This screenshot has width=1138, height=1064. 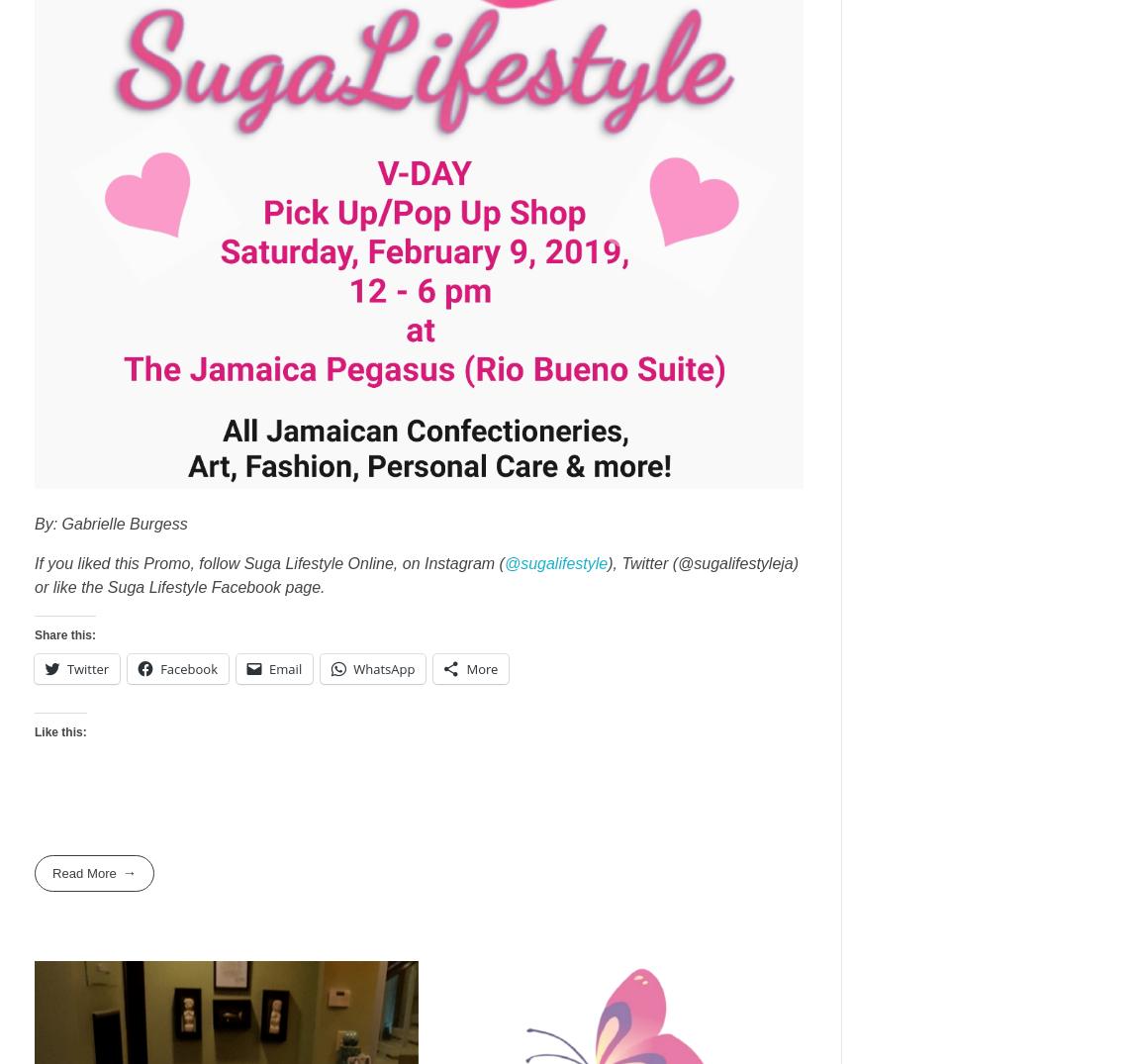 What do you see at coordinates (564, 562) in the screenshot?
I see `'sugalifestyle'` at bounding box center [564, 562].